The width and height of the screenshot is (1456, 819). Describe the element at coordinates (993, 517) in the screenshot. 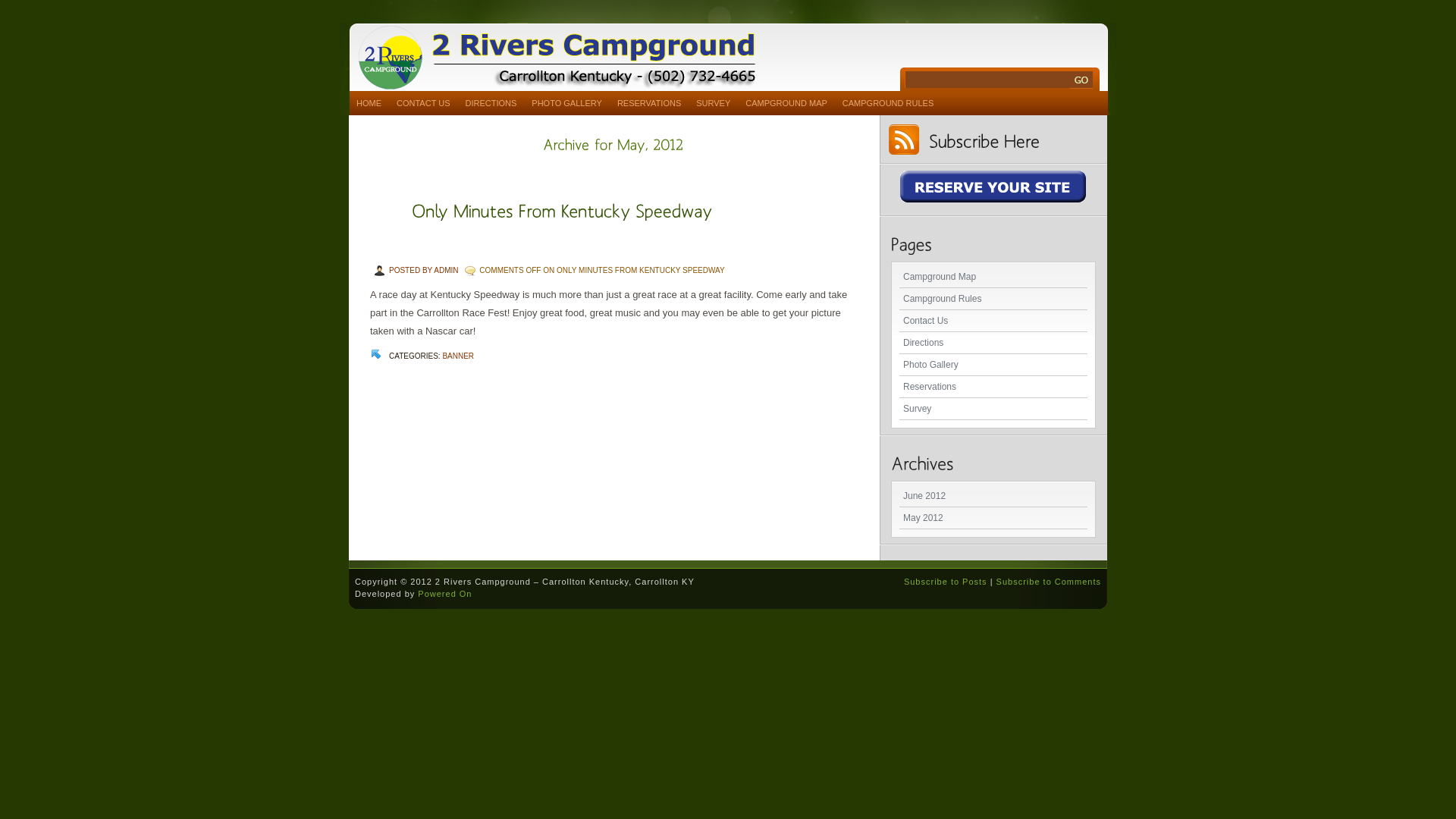

I see `'May 2012'` at that location.